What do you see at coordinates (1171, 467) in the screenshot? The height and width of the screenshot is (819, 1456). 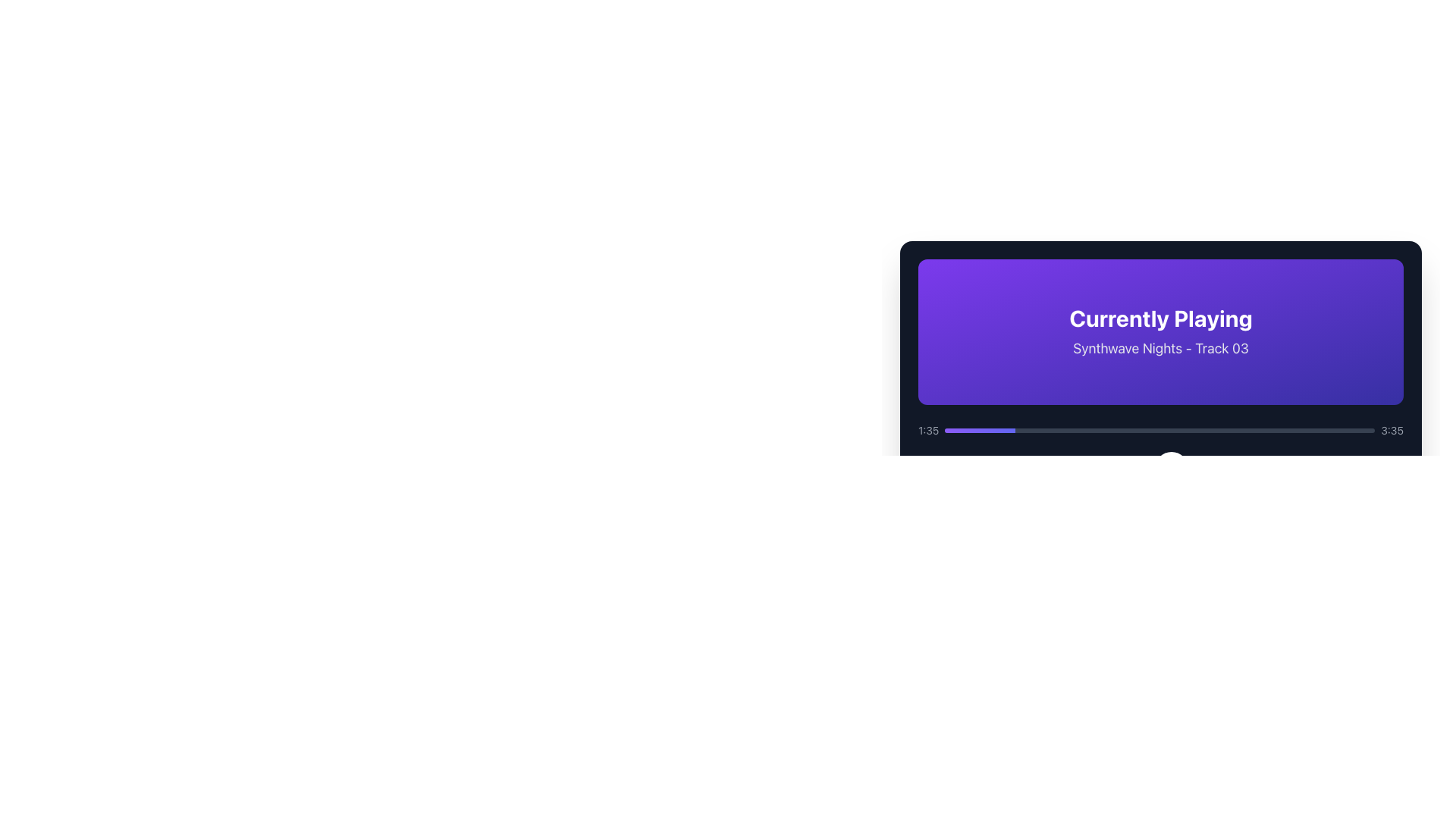 I see `the circular play button located below the progress bar of the music player UI` at bounding box center [1171, 467].